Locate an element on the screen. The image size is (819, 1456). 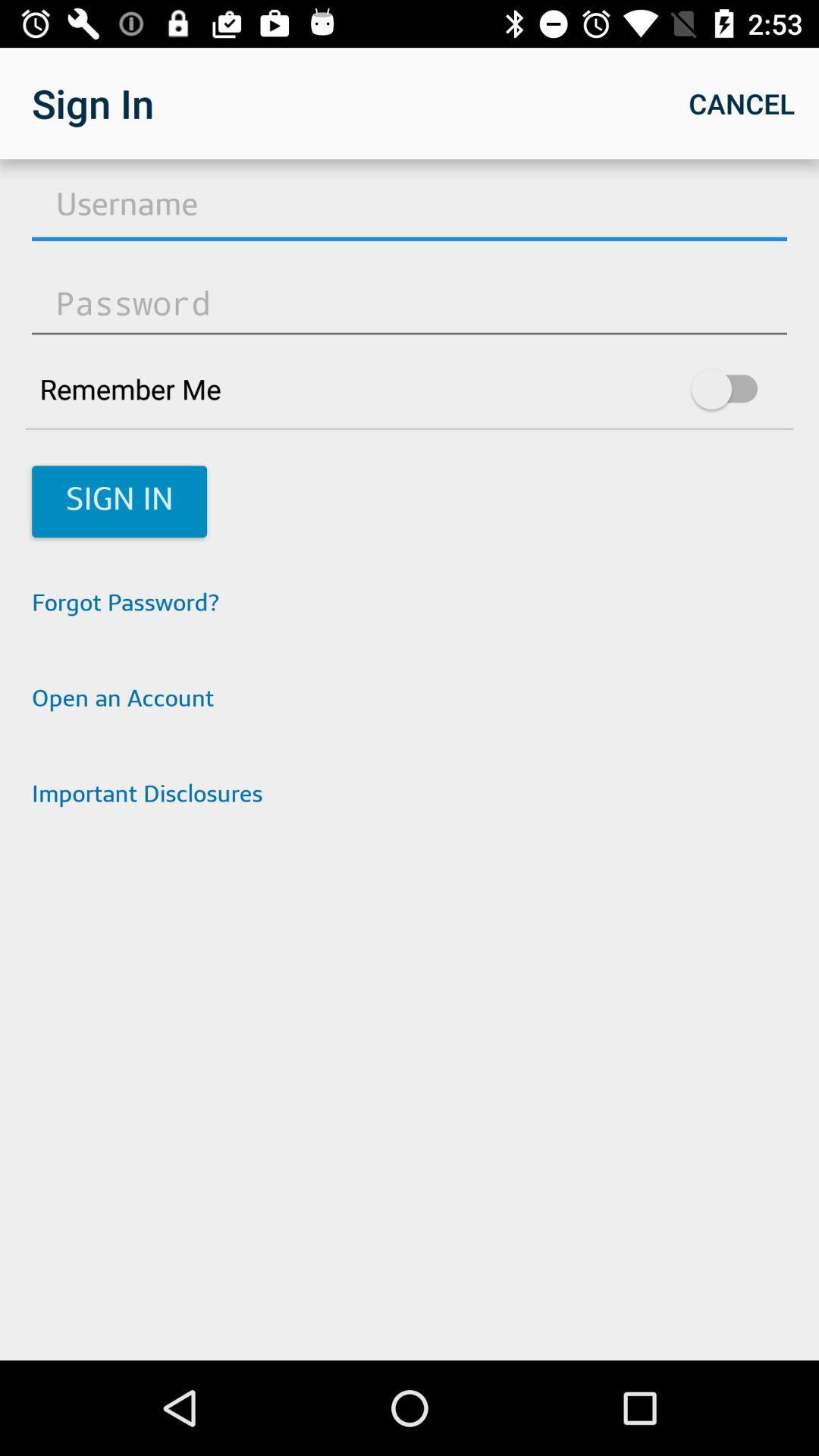
item below sign in item is located at coordinates (409, 604).